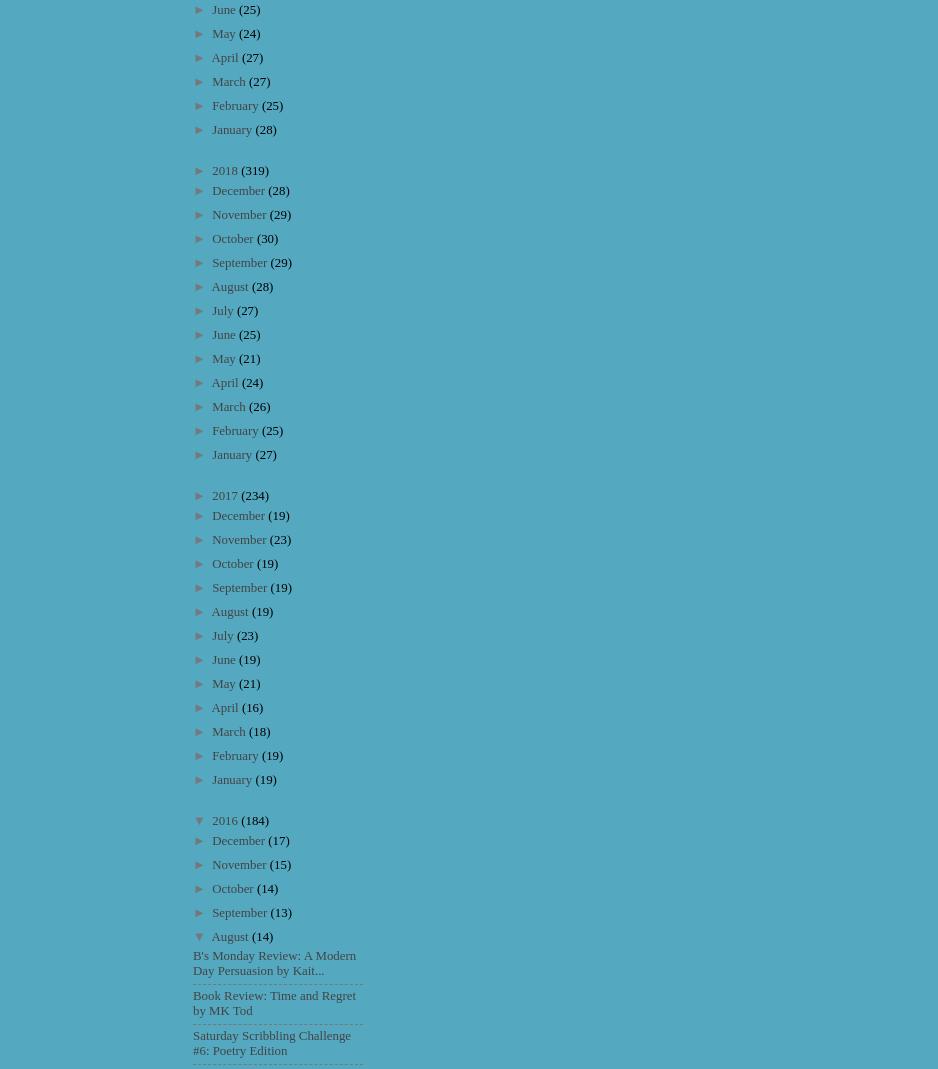 This screenshot has width=938, height=1069. What do you see at coordinates (226, 495) in the screenshot?
I see `'2017'` at bounding box center [226, 495].